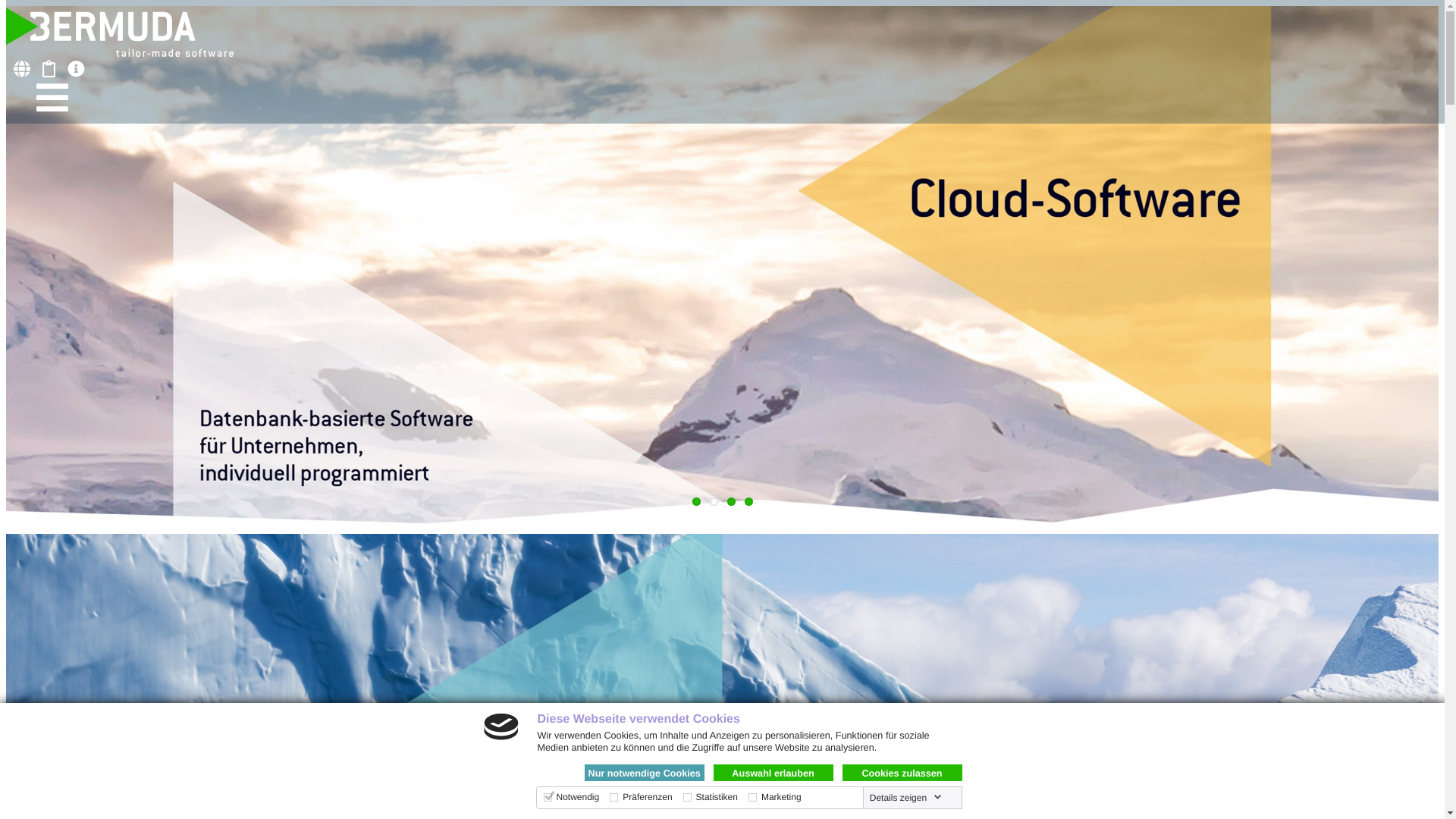 Image resolution: width=1456 pixels, height=819 pixels. I want to click on 'Nur notwendige Cookies', so click(644, 772).